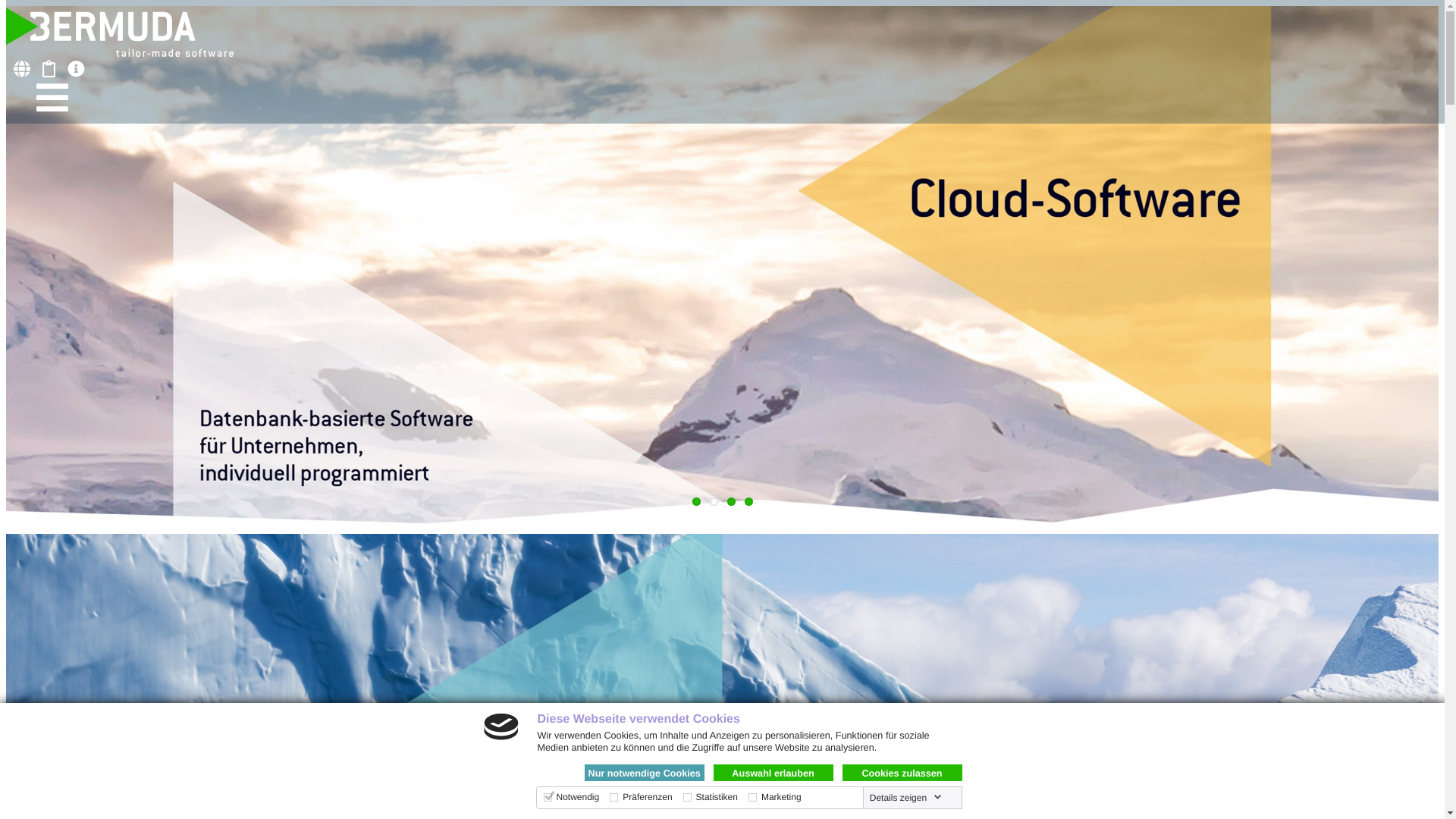 Image resolution: width=1456 pixels, height=819 pixels. I want to click on 'Nur notwendige Cookies', so click(644, 772).